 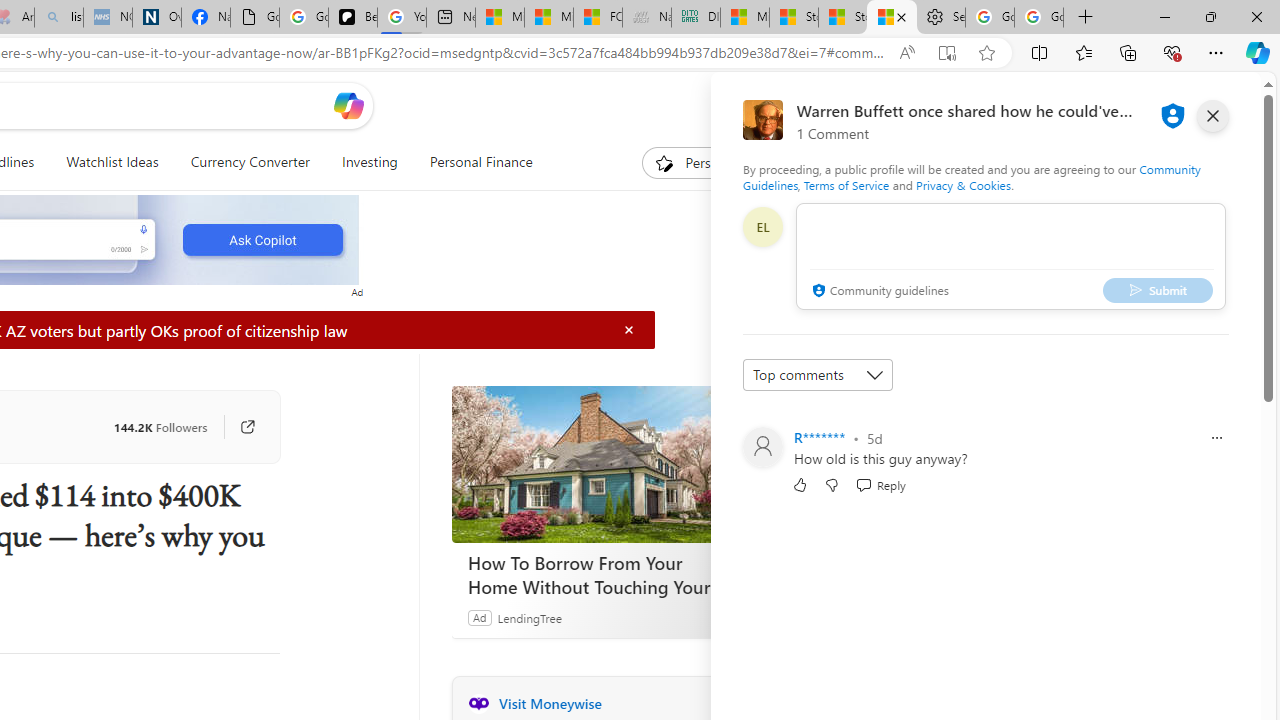 What do you see at coordinates (1211, 115) in the screenshot?
I see `'close'` at bounding box center [1211, 115].